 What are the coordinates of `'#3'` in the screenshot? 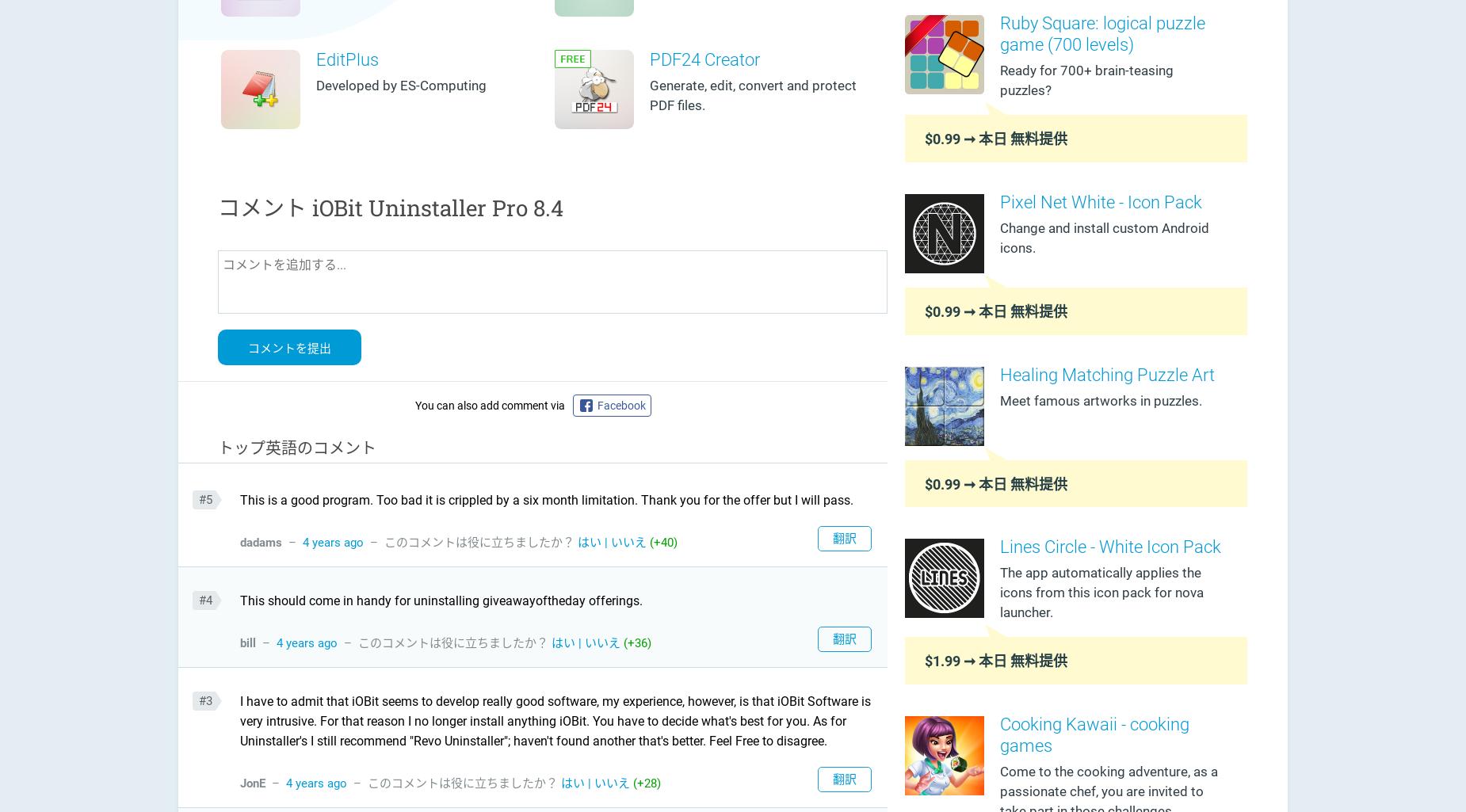 It's located at (204, 700).